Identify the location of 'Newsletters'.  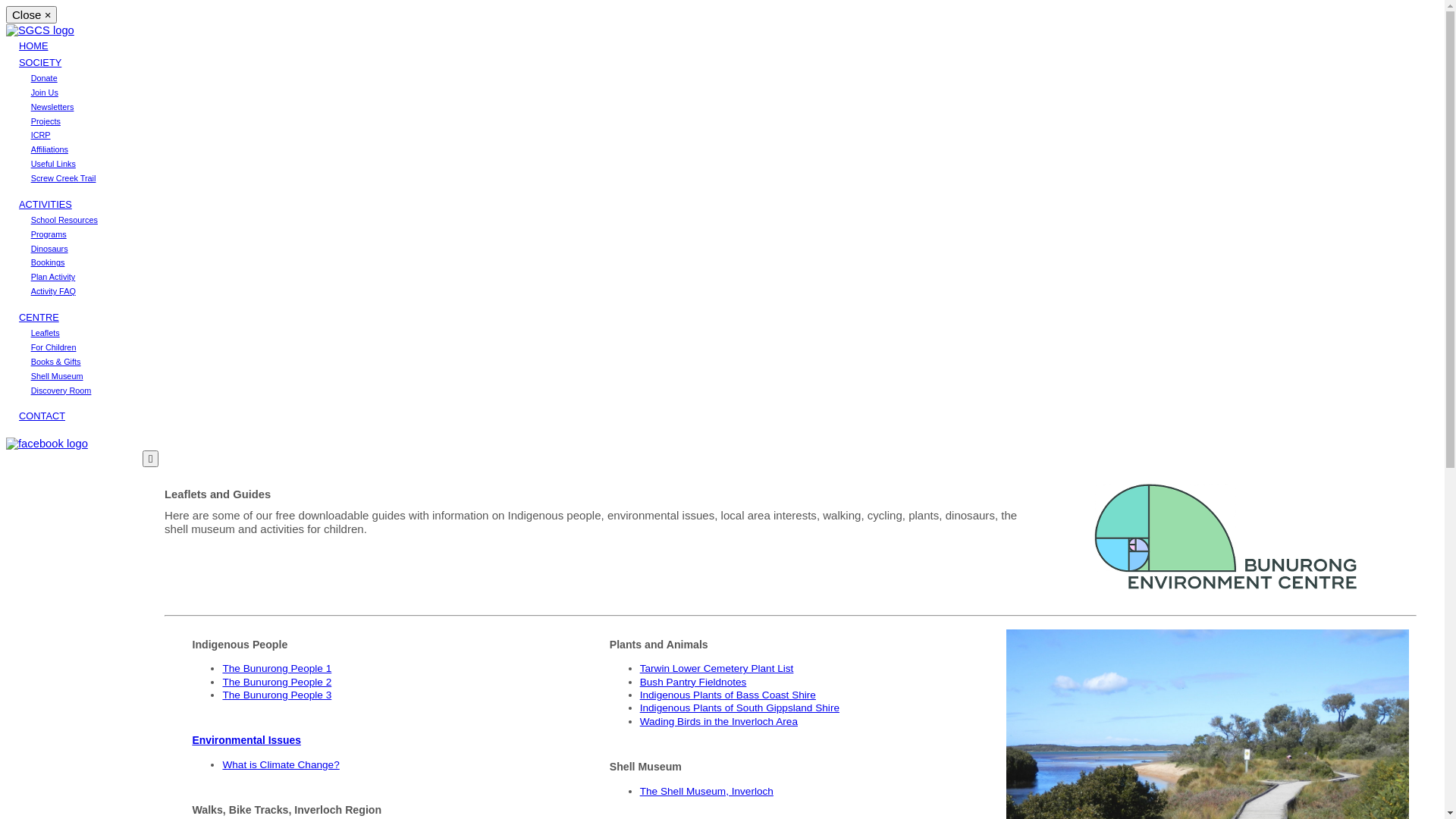
(31, 106).